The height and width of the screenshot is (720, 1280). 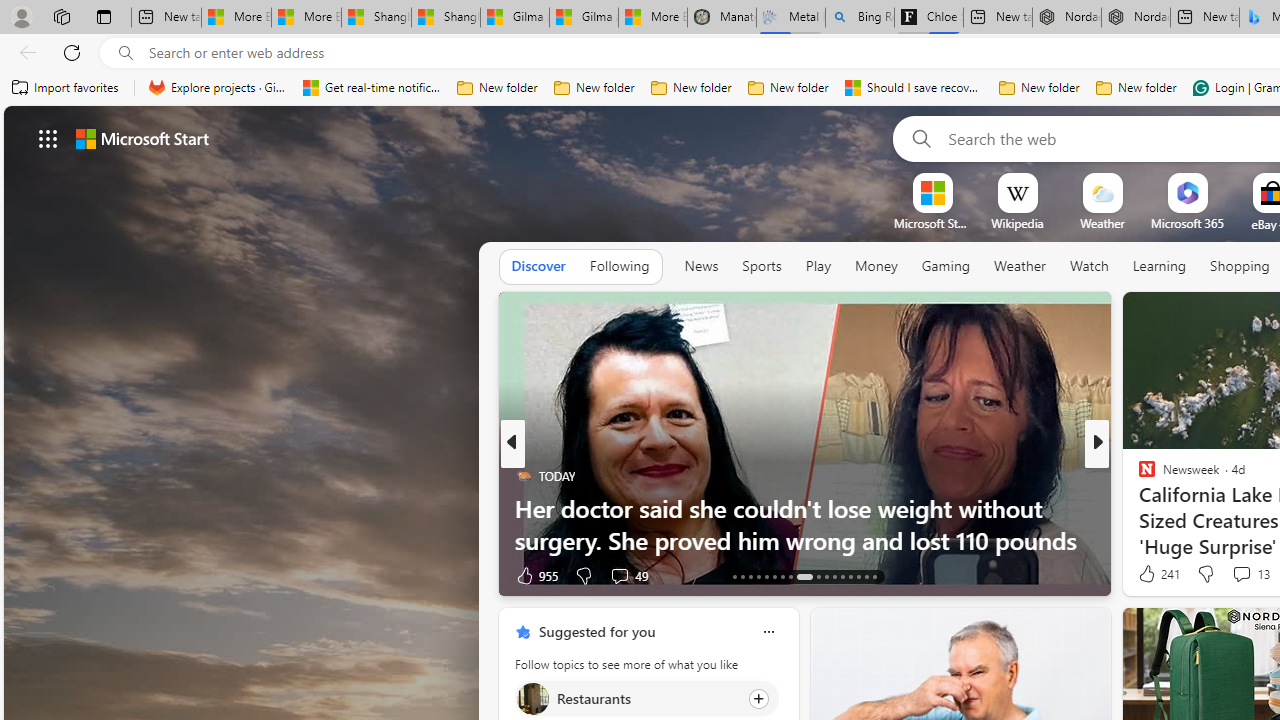 I want to click on 'USA TODAY College Sports Wire', so click(x=1138, y=475).